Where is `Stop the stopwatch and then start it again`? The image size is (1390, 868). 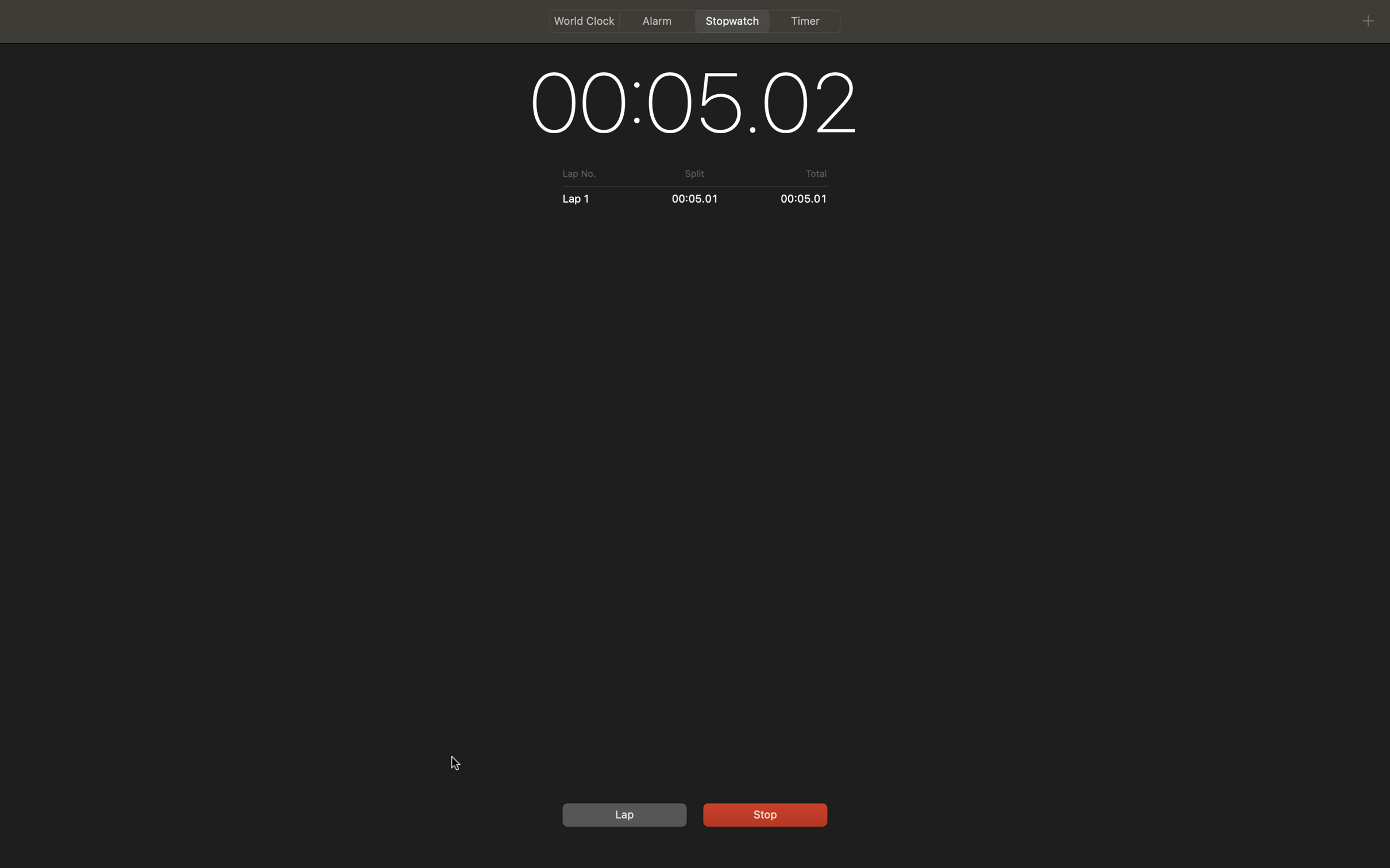
Stop the stopwatch and then start it again is located at coordinates (763, 813).